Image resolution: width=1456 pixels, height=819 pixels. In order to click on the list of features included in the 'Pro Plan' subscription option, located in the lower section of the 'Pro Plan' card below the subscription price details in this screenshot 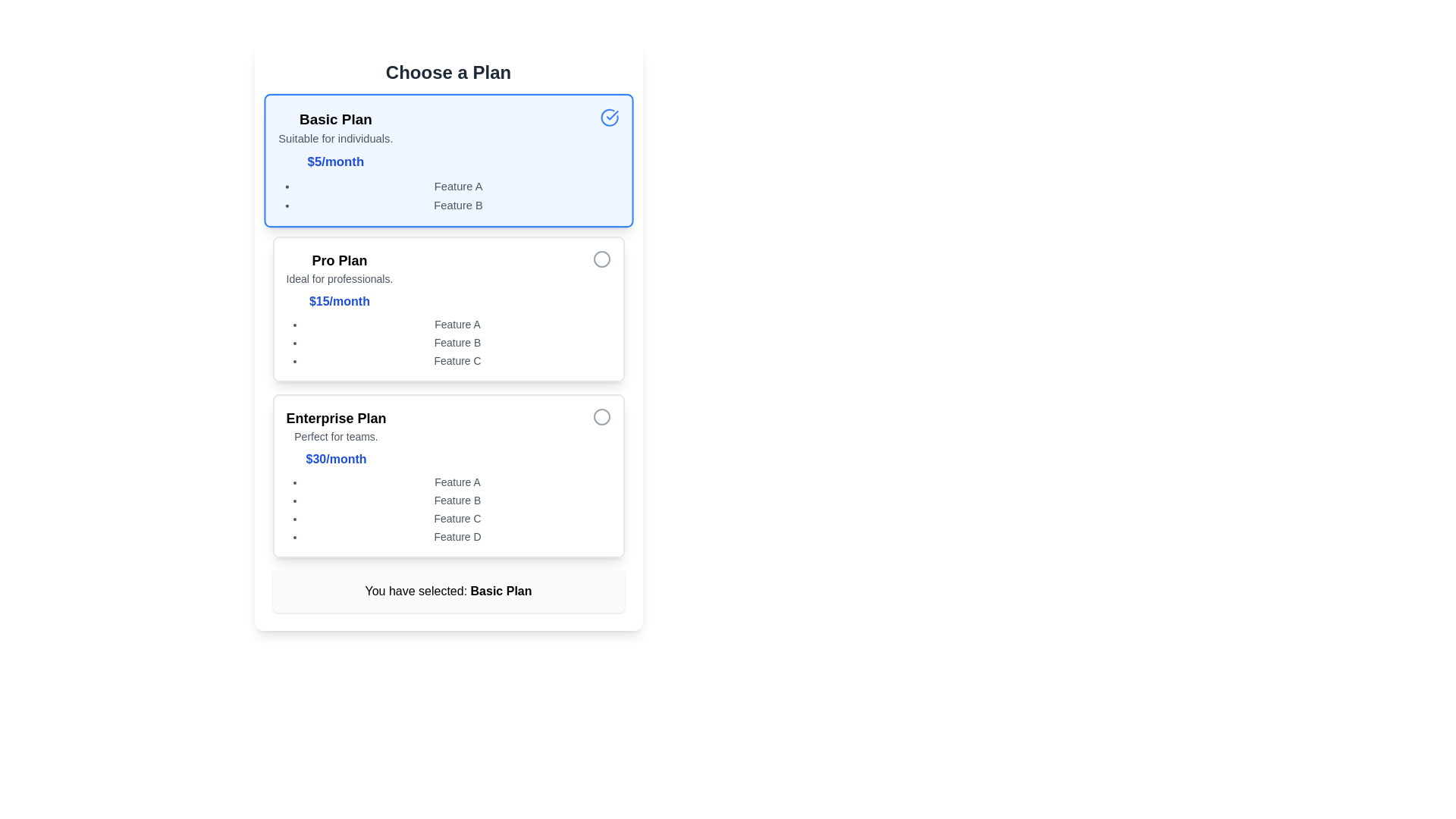, I will do `click(447, 342)`.